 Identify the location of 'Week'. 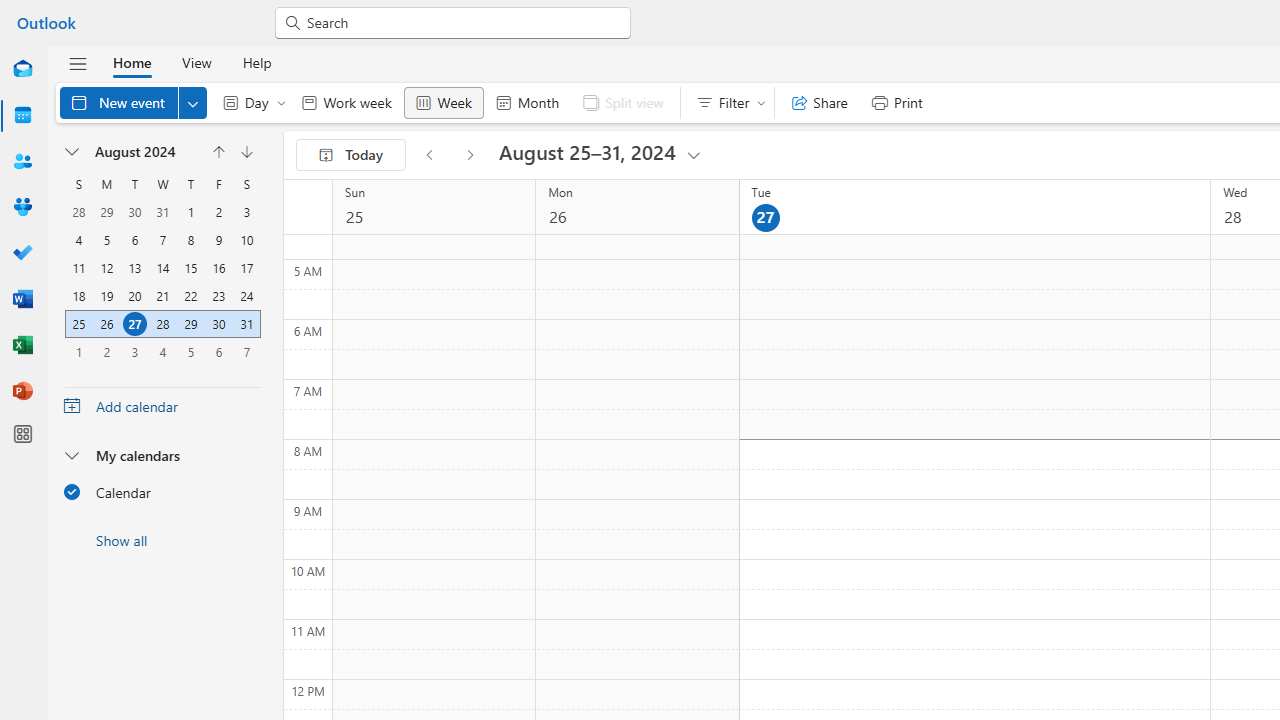
(442, 102).